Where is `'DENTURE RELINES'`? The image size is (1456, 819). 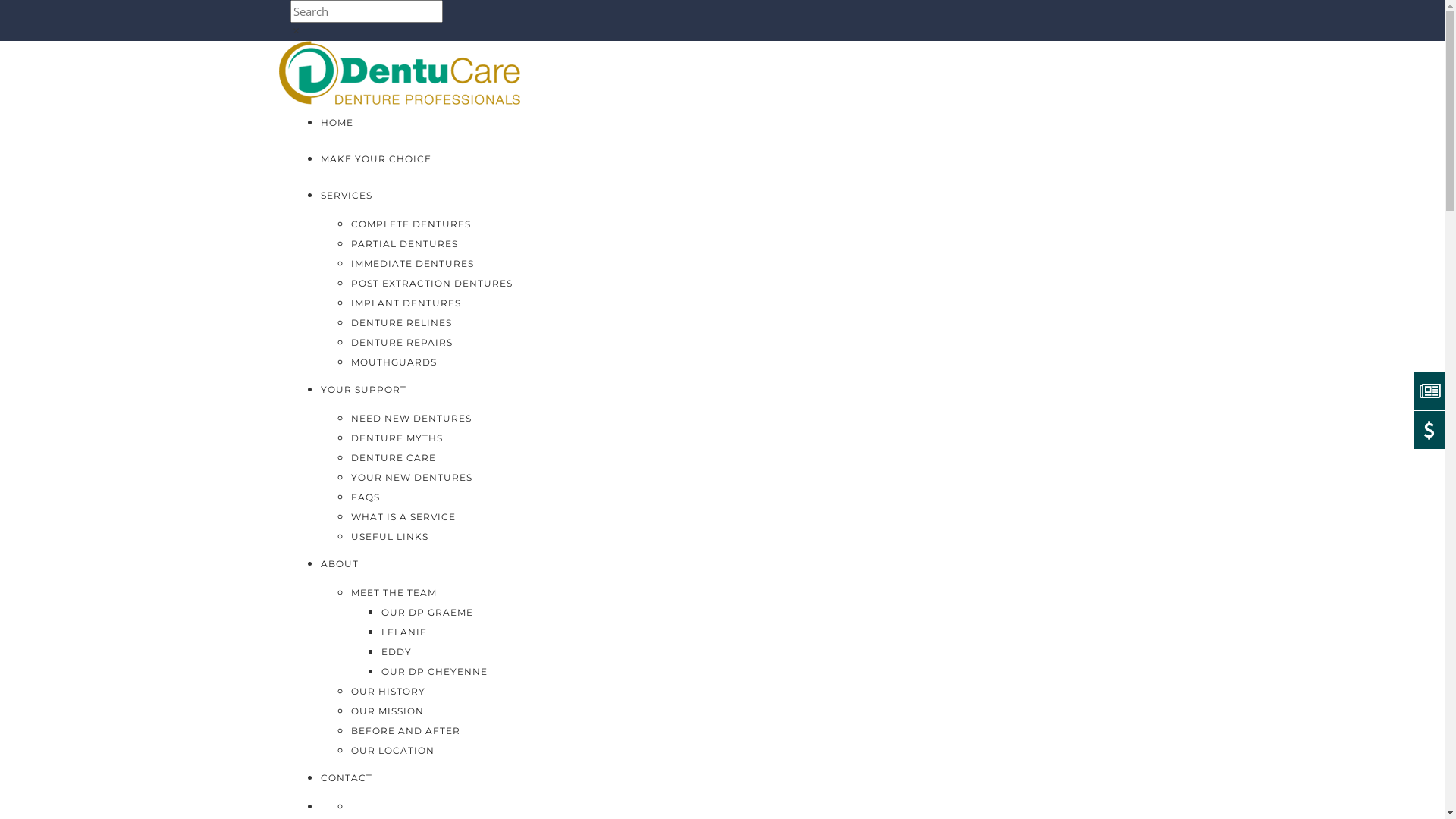
'DENTURE RELINES' is located at coordinates (349, 322).